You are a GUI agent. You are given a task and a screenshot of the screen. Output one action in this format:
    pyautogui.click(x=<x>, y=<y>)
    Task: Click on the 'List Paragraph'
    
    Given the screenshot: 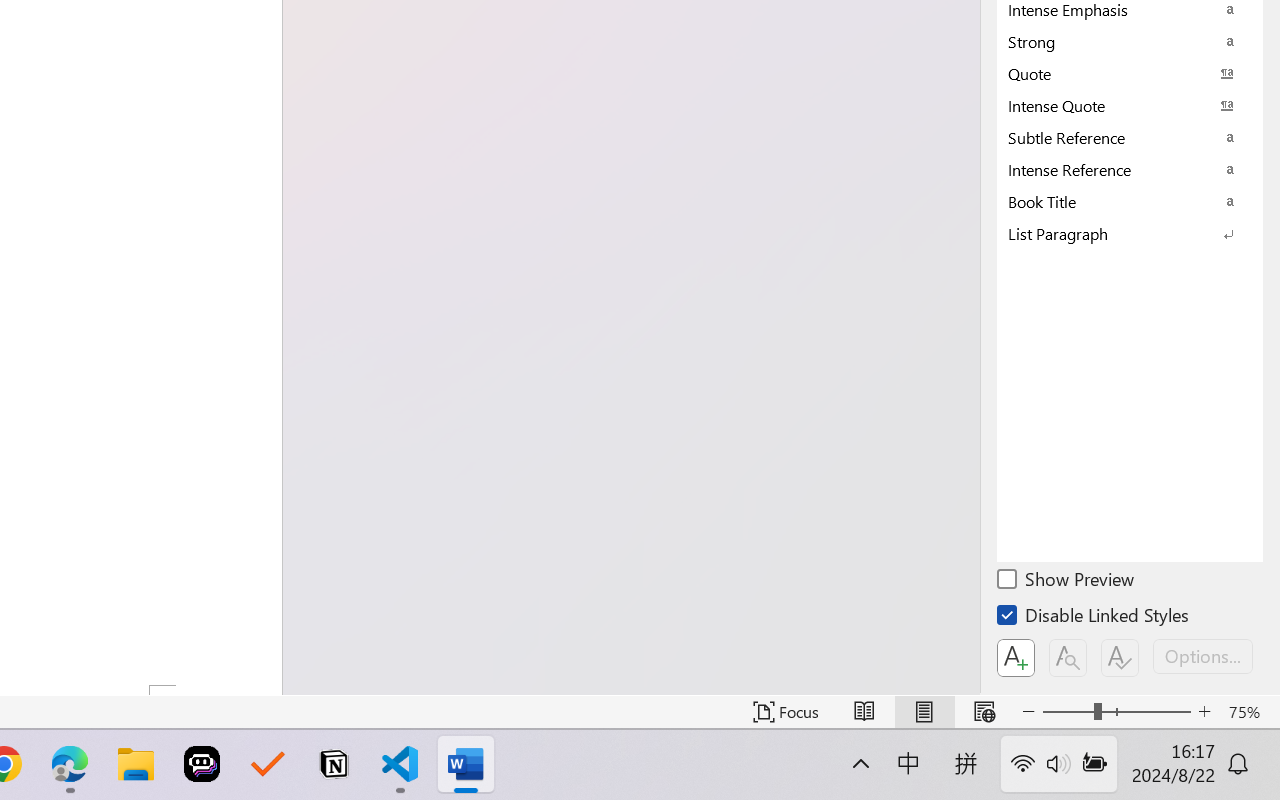 What is the action you would take?
    pyautogui.click(x=1130, y=233)
    